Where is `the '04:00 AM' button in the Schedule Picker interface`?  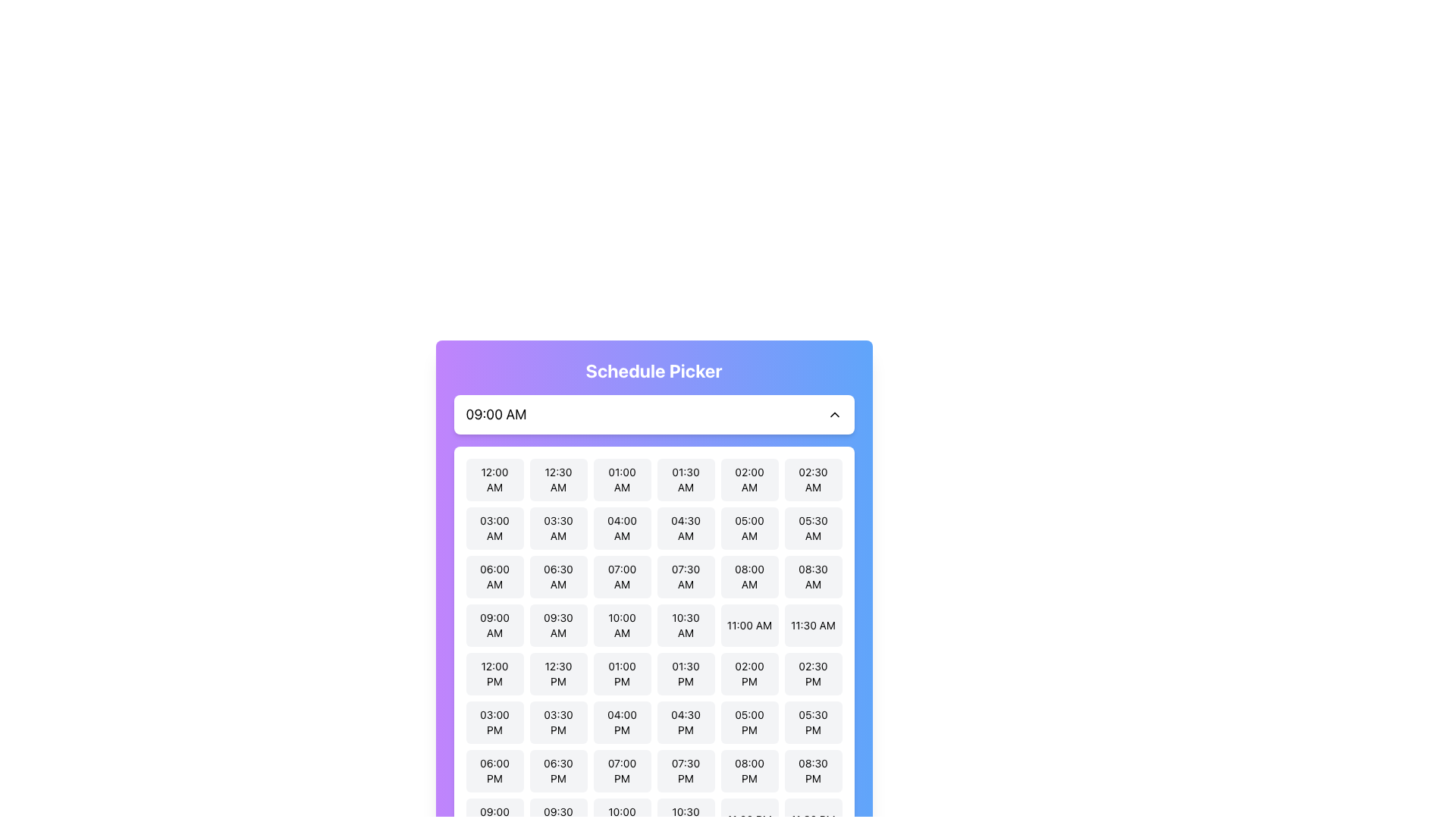 the '04:00 AM' button in the Schedule Picker interface is located at coordinates (622, 528).